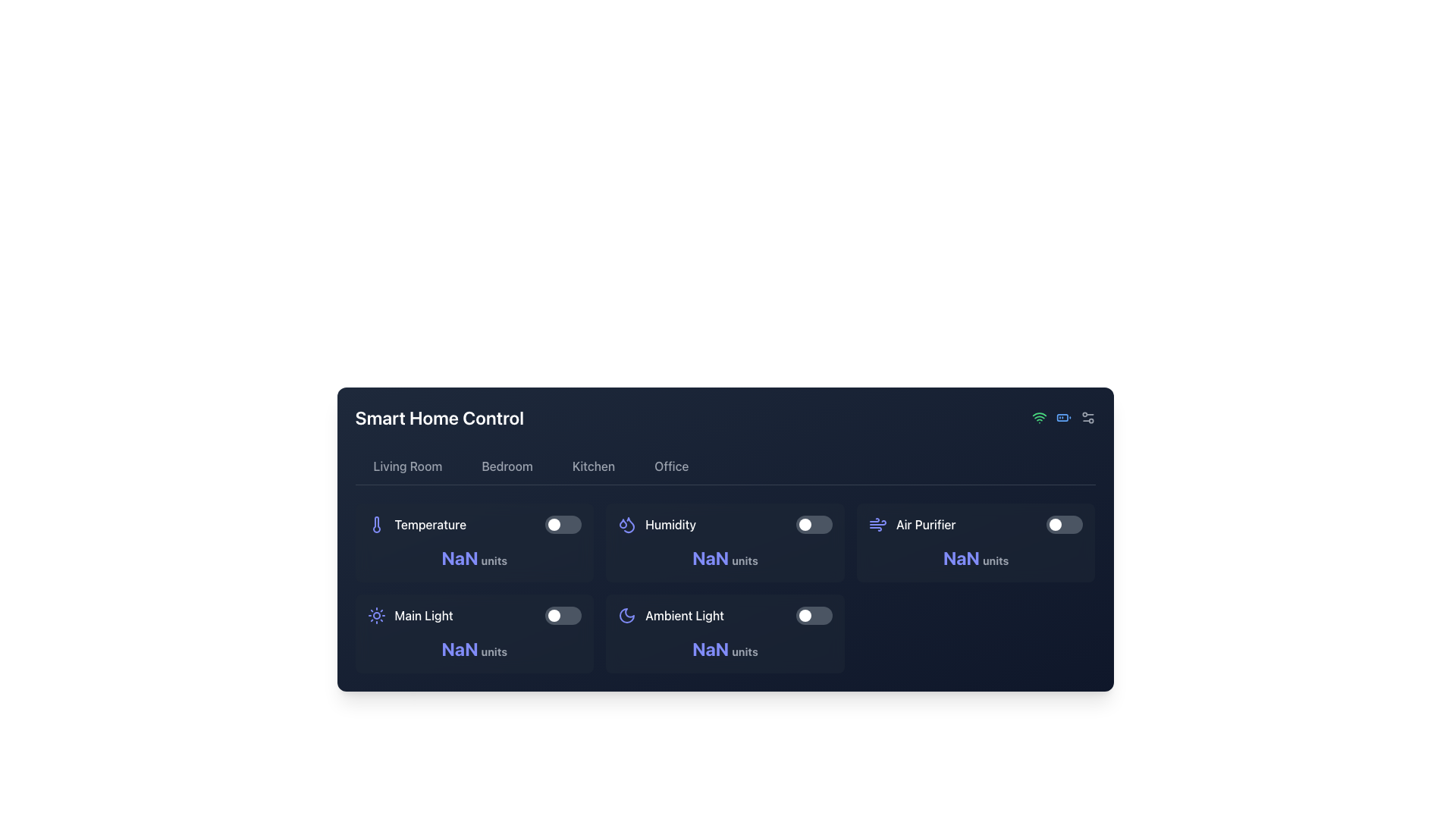  I want to click on the battery icon with a medium level, located at the top-right portion of the interface, positioned between the Wi-Fi icon and the settings gear icon, so click(1062, 418).